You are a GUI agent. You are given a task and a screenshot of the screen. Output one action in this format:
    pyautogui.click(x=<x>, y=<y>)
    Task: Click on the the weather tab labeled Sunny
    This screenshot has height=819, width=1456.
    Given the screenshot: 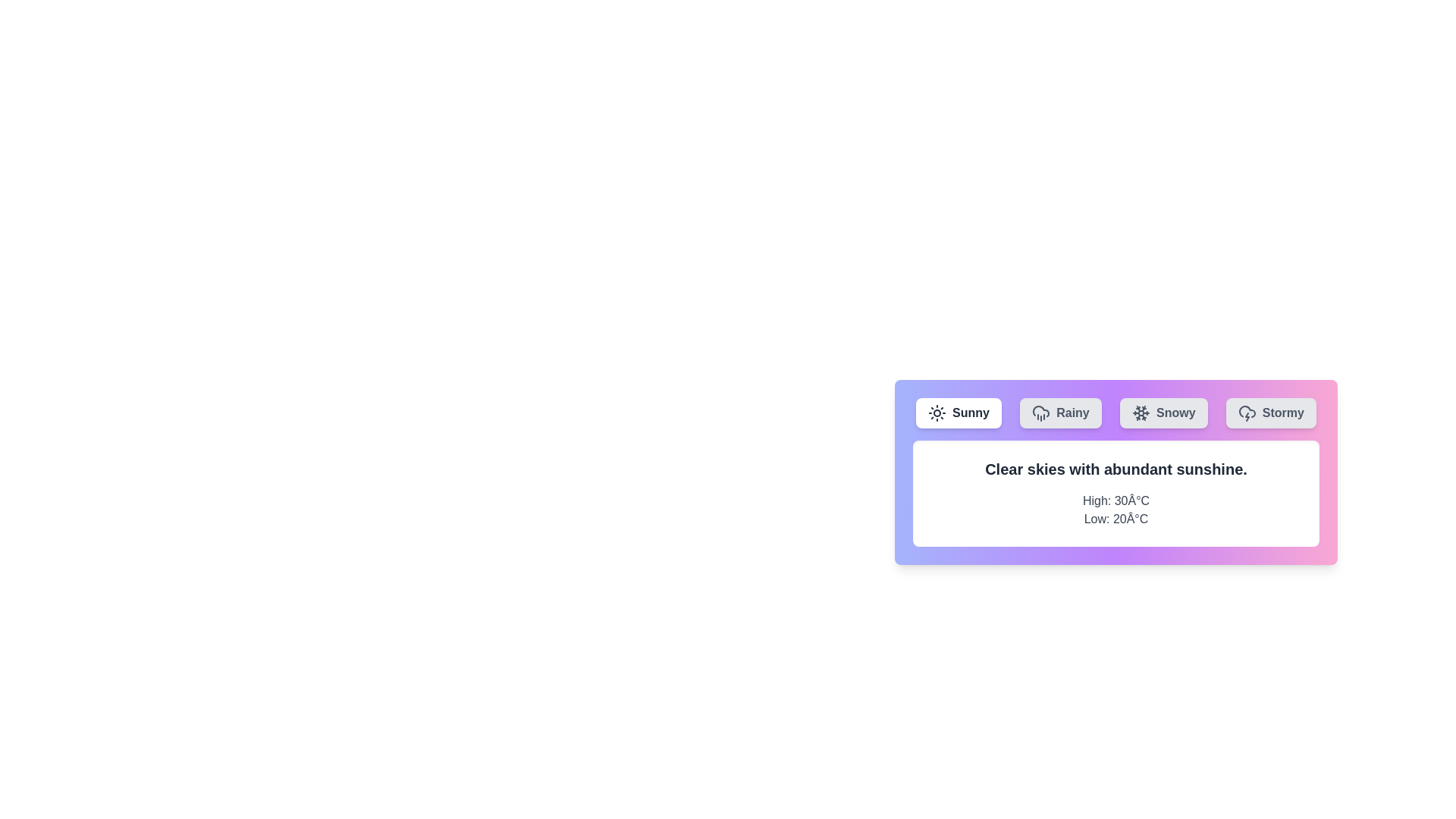 What is the action you would take?
    pyautogui.click(x=958, y=413)
    